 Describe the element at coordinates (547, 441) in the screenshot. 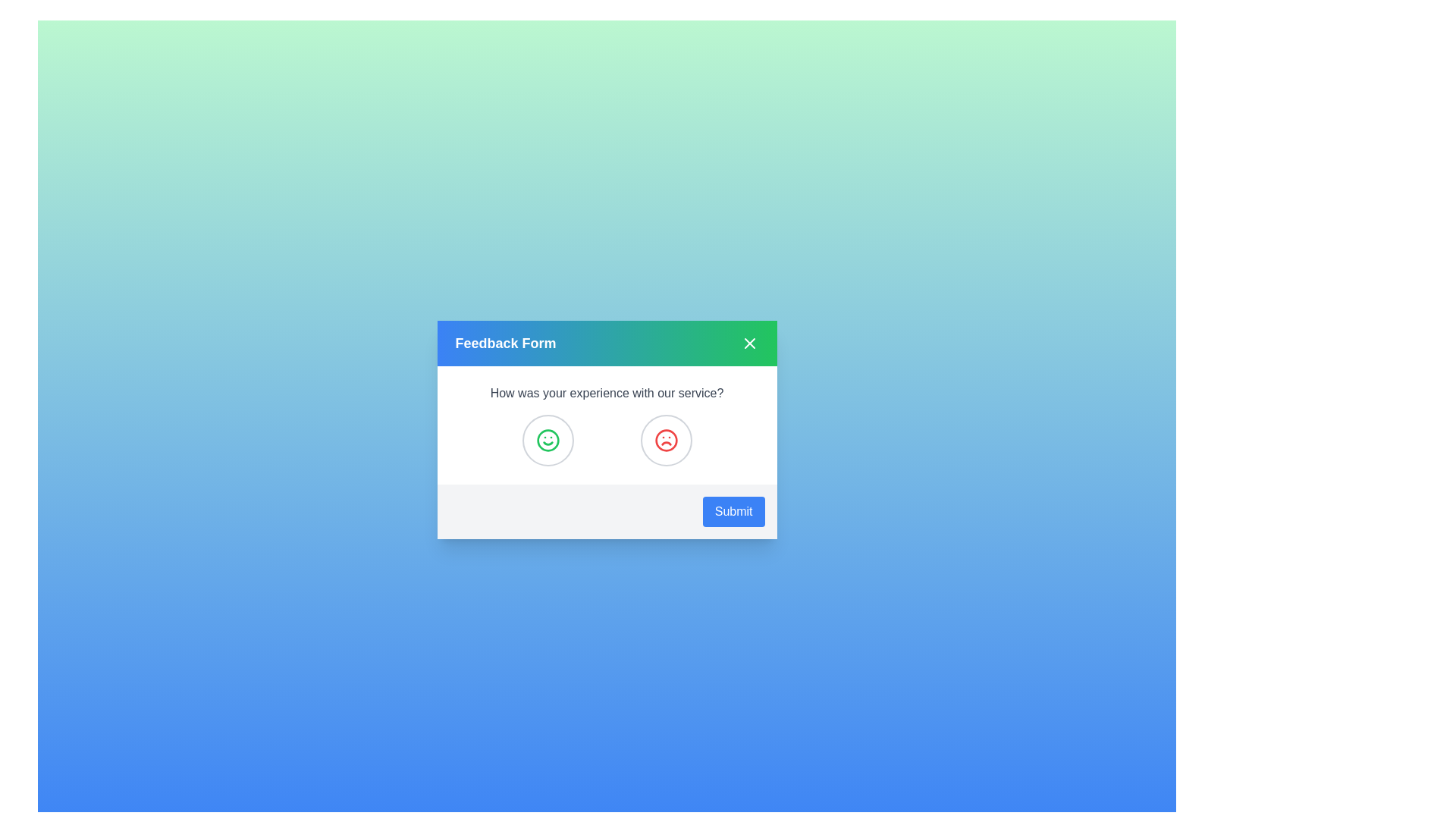

I see `the smiley icon to select positive feedback` at that location.